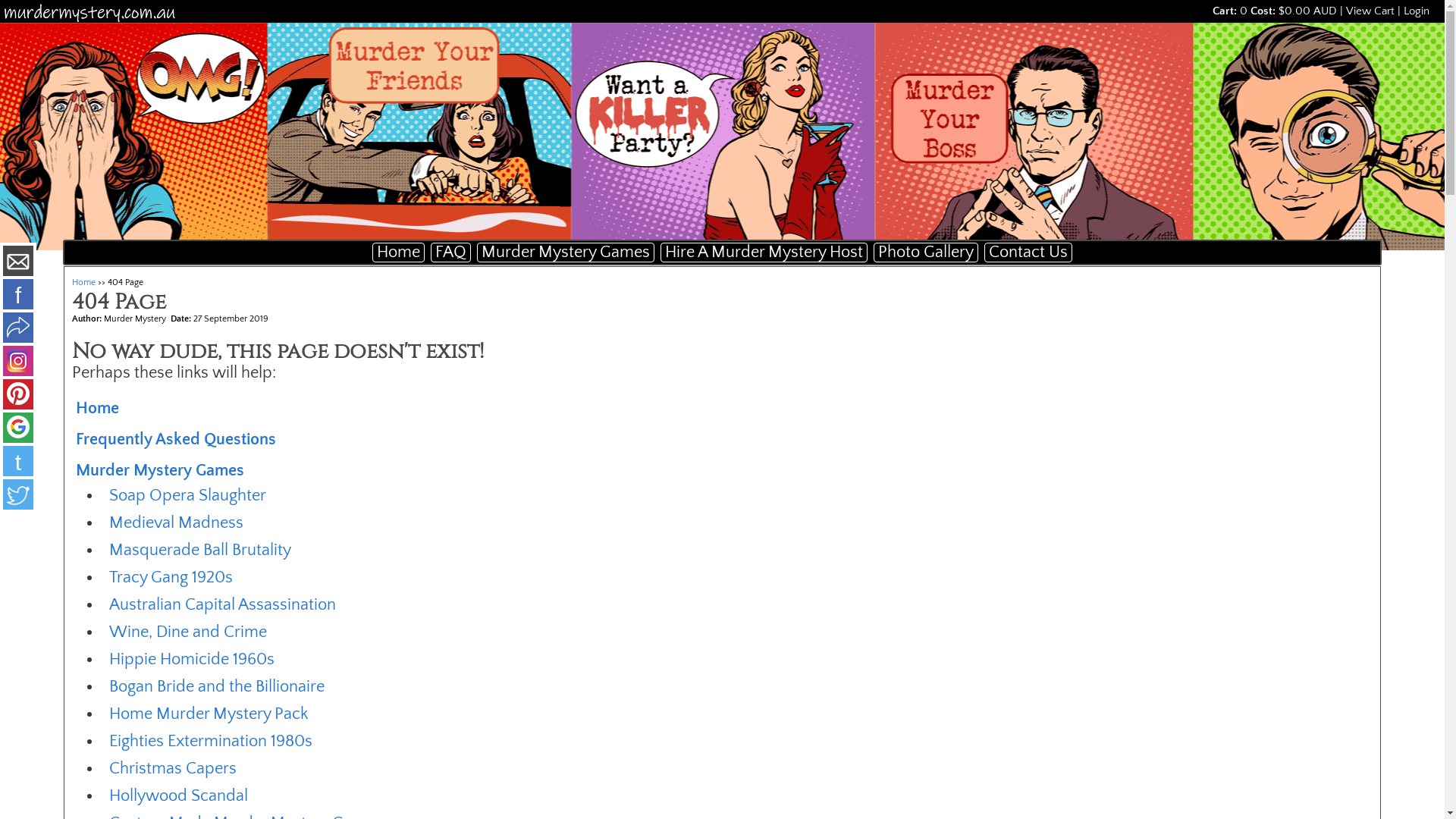  Describe the element at coordinates (176, 522) in the screenshot. I see `'Medieval Madness'` at that location.